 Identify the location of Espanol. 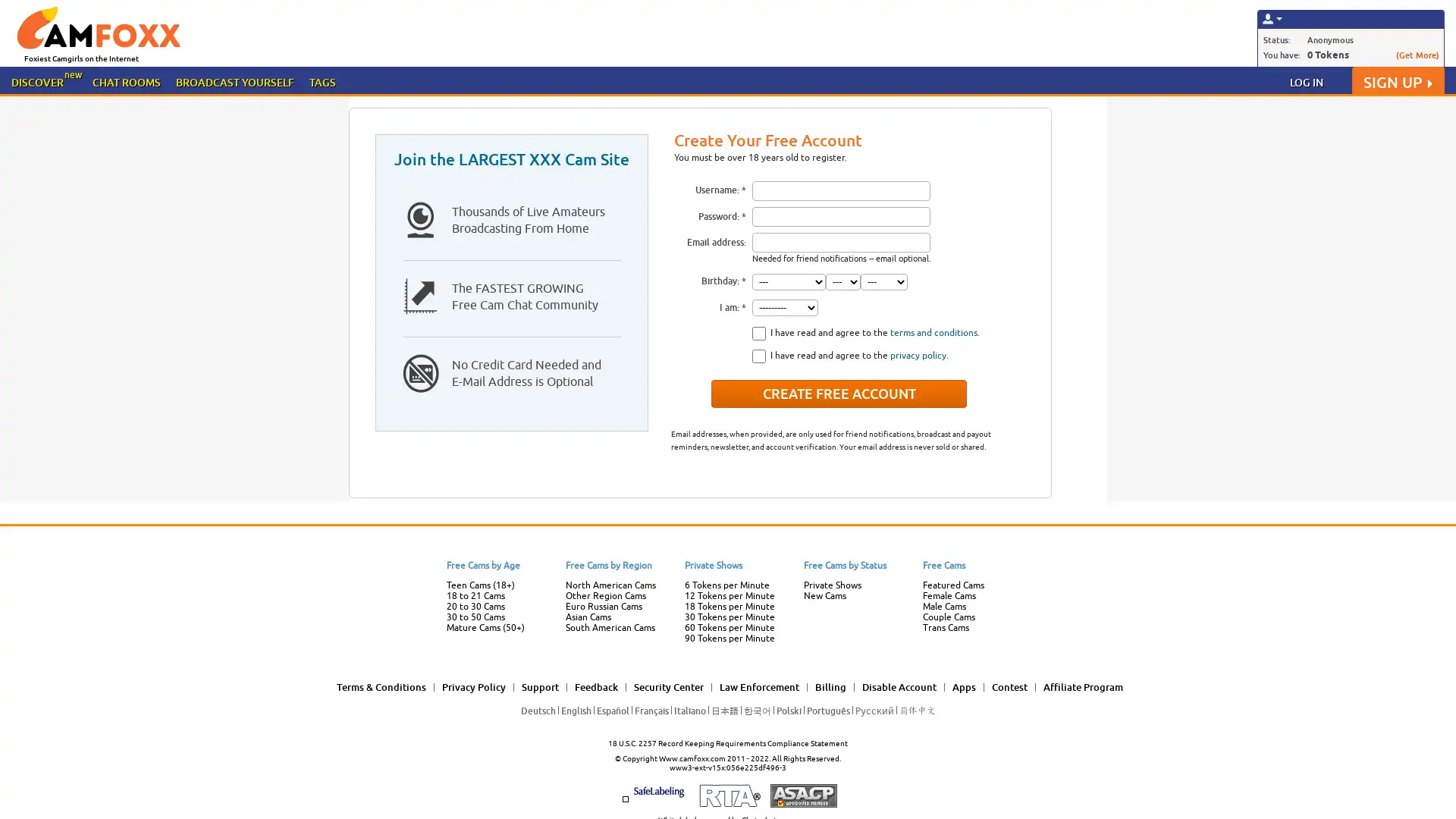
(613, 711).